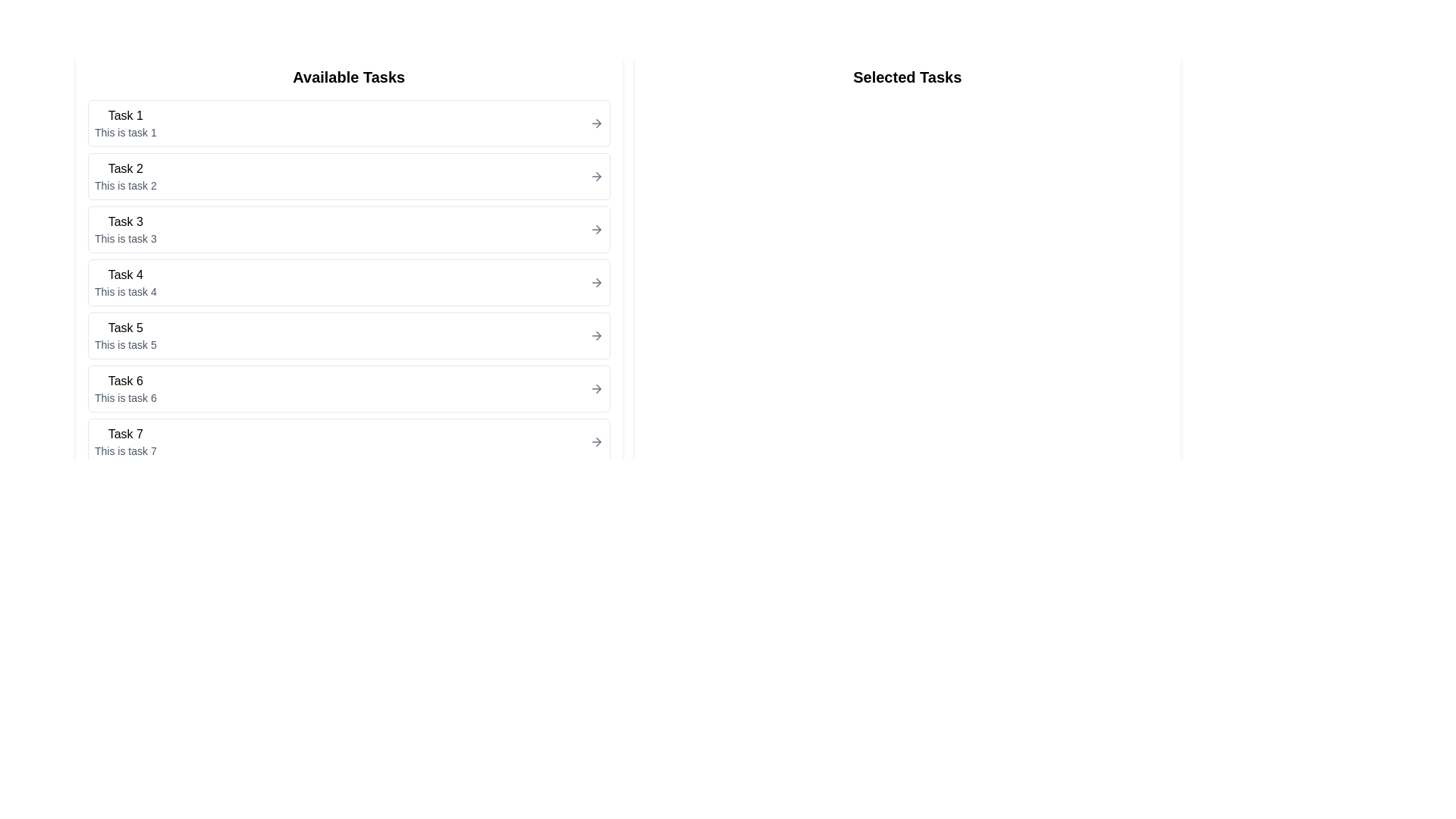 The width and height of the screenshot is (1456, 819). Describe the element at coordinates (125, 335) in the screenshot. I see `the fifth task item in the 'Available Tasks' list` at that location.